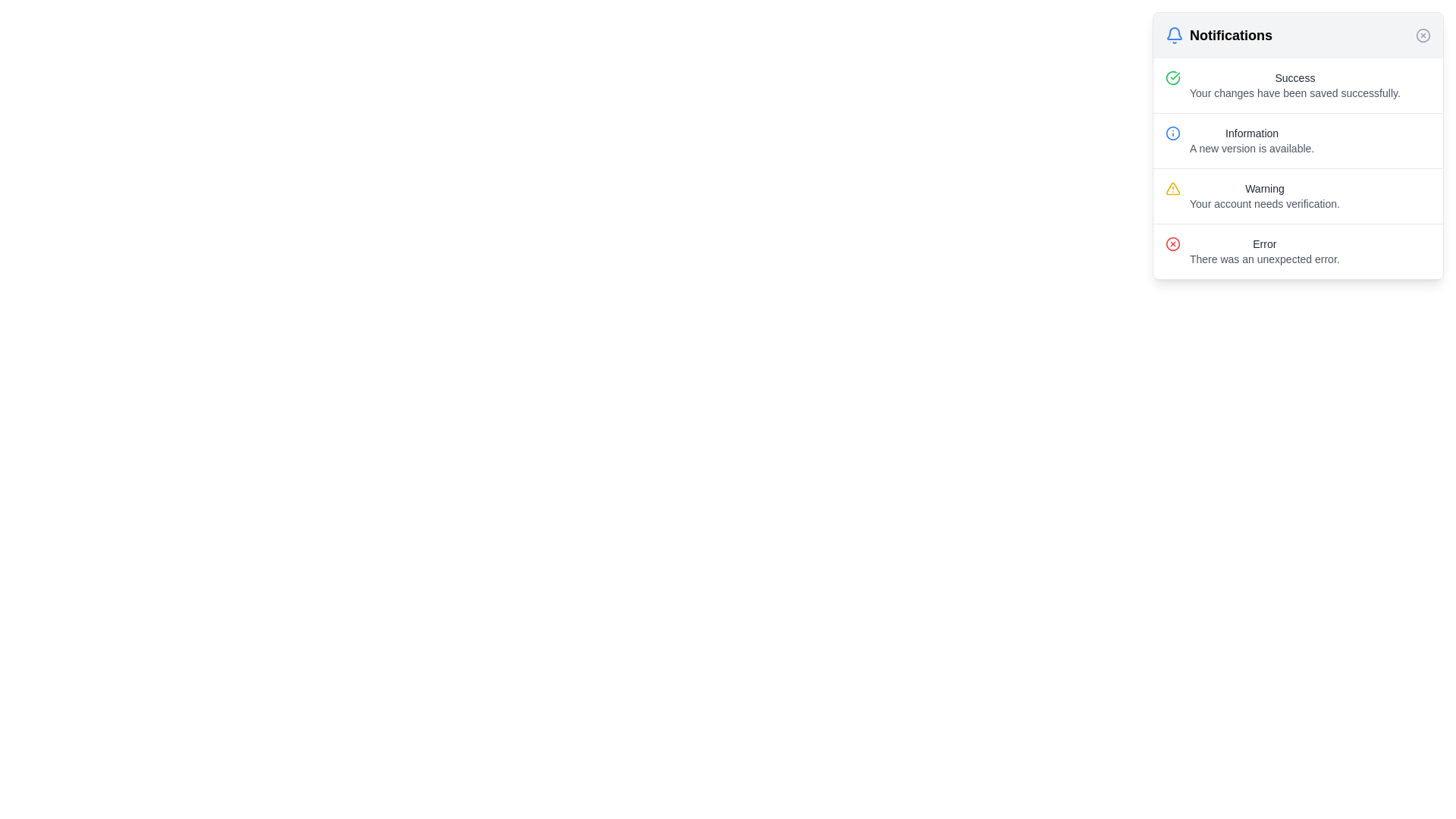  Describe the element at coordinates (1294, 85) in the screenshot. I see `the notification message confirming that changes have been successfully saved, which is the first item in the notification panel, located next to a green checkmark icon` at that location.